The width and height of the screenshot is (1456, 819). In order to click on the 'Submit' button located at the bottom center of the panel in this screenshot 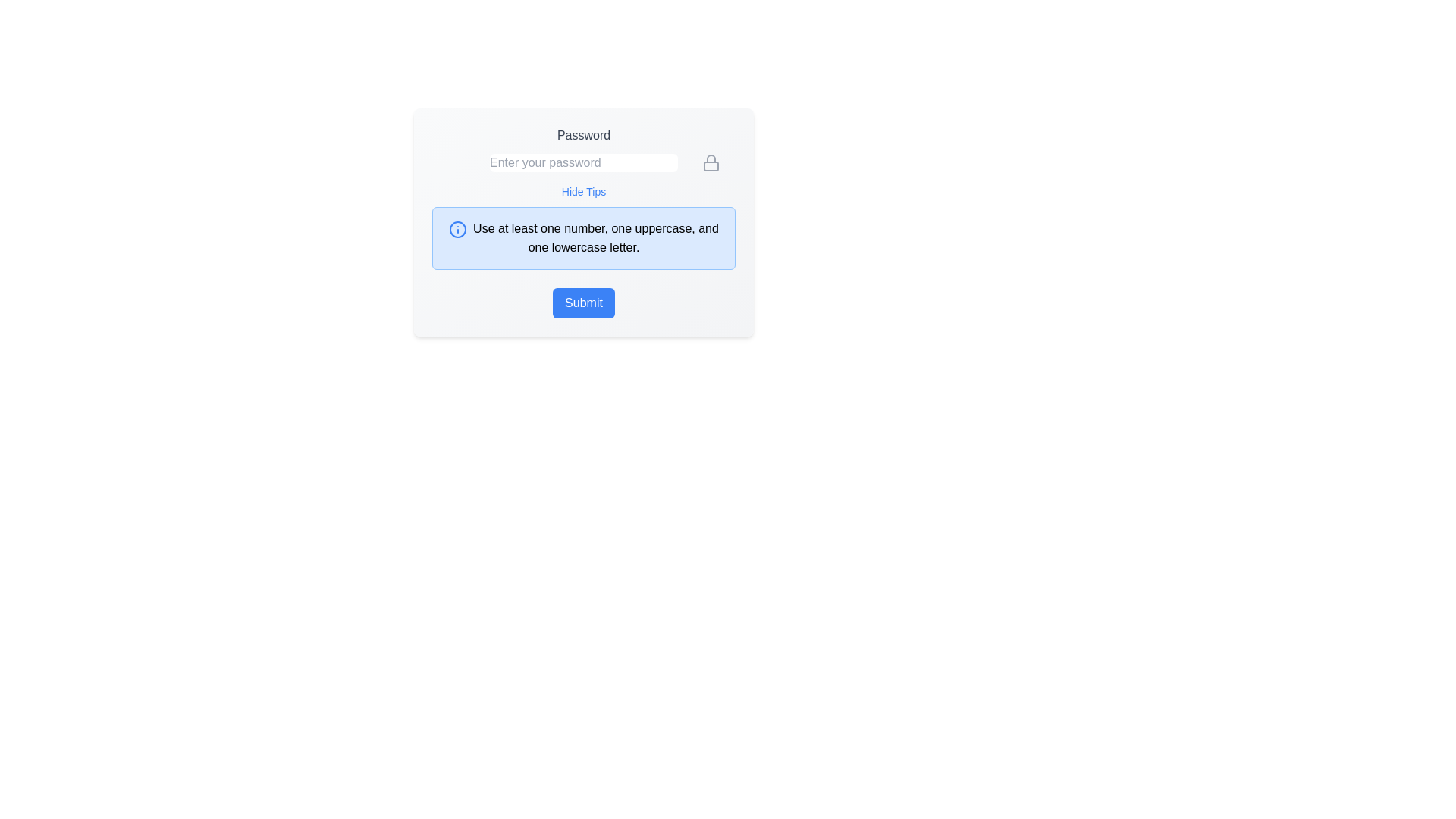, I will do `click(582, 303)`.